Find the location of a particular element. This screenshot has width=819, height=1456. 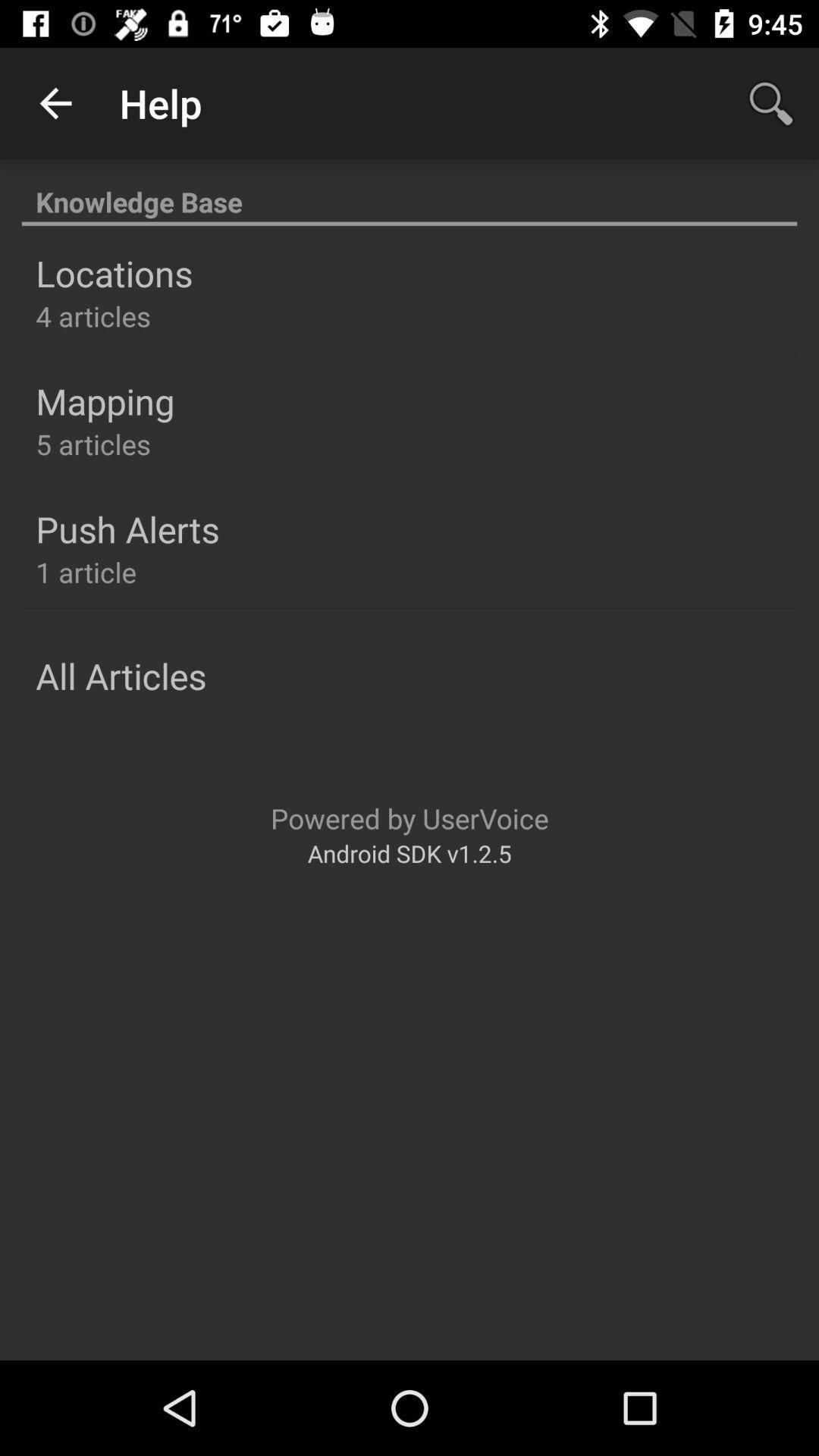

the app to the left of the help icon is located at coordinates (55, 102).